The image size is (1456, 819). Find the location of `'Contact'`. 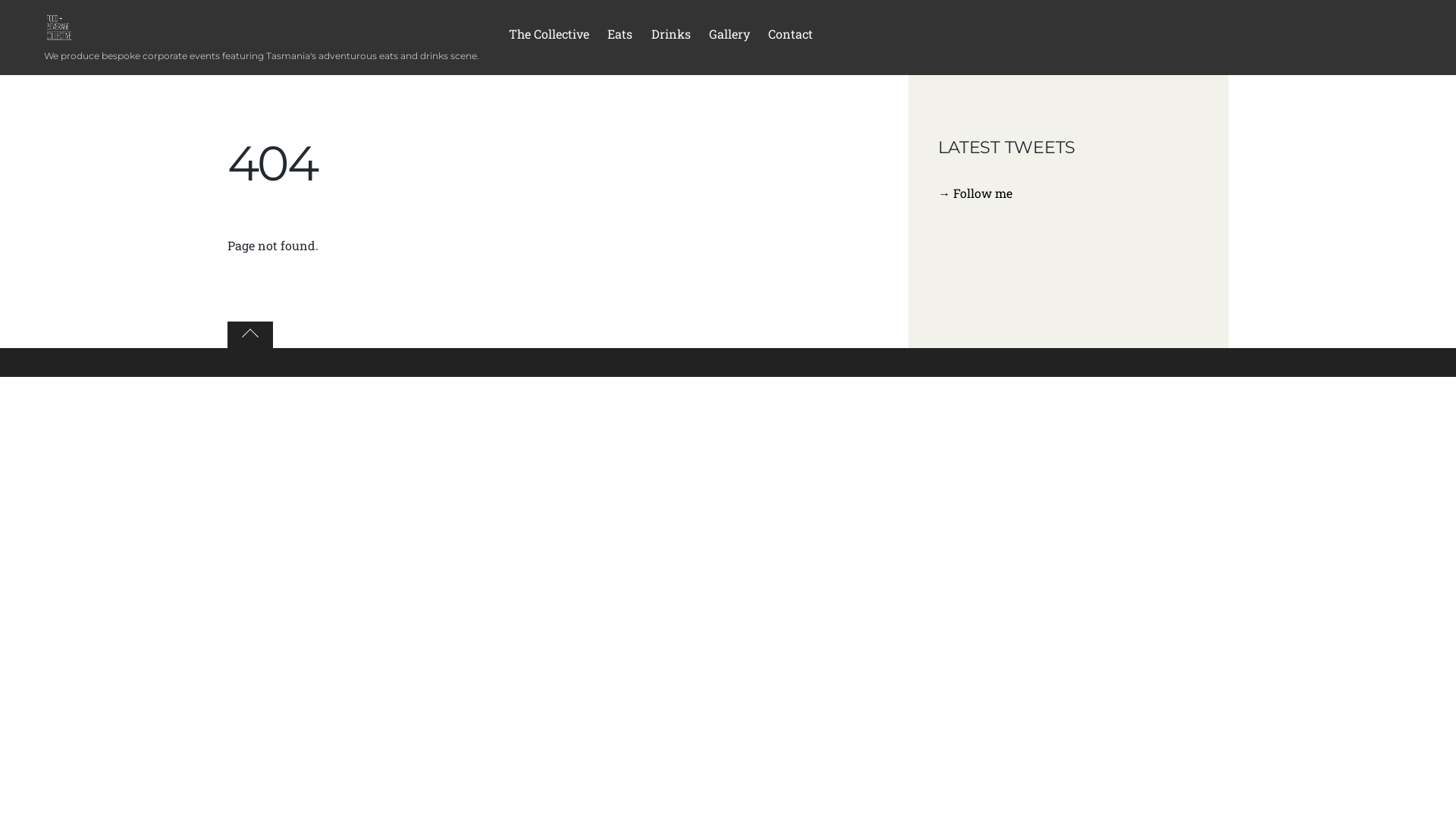

'Contact' is located at coordinates (789, 36).